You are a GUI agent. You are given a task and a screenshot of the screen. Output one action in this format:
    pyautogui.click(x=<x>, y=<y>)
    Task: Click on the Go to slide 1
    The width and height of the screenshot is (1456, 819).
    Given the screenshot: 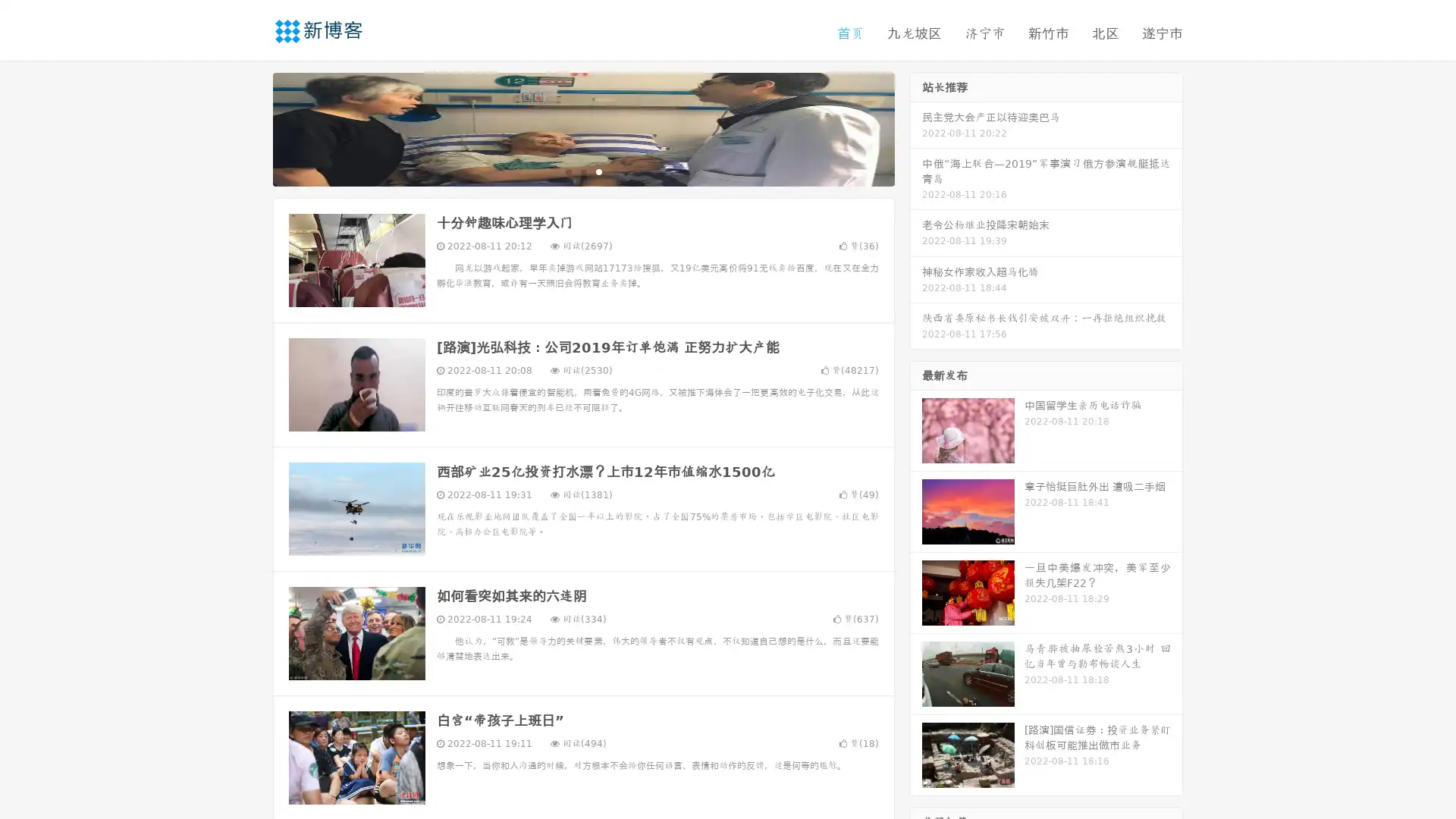 What is the action you would take?
    pyautogui.click(x=567, y=171)
    